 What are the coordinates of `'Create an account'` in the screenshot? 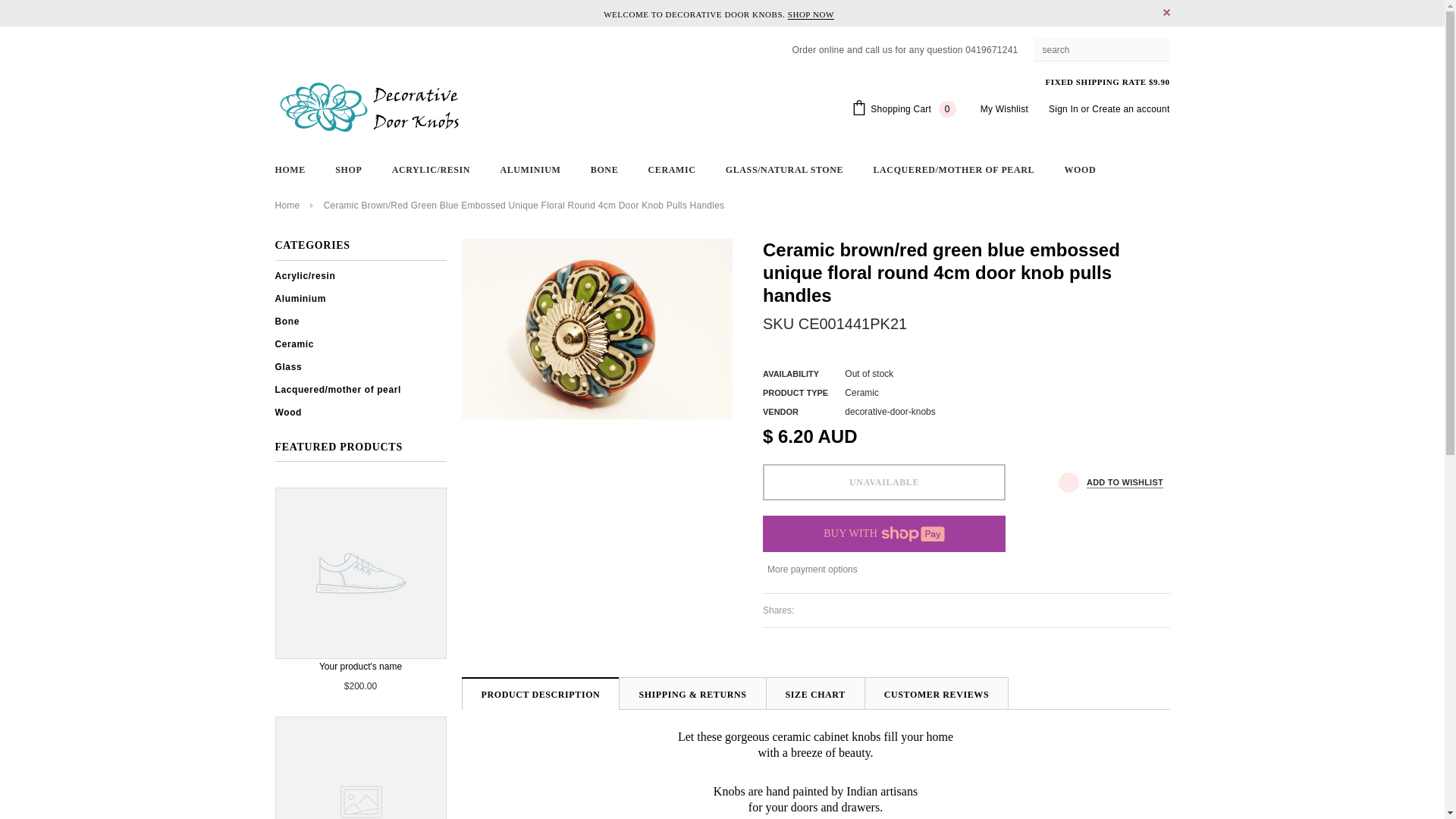 It's located at (1131, 108).